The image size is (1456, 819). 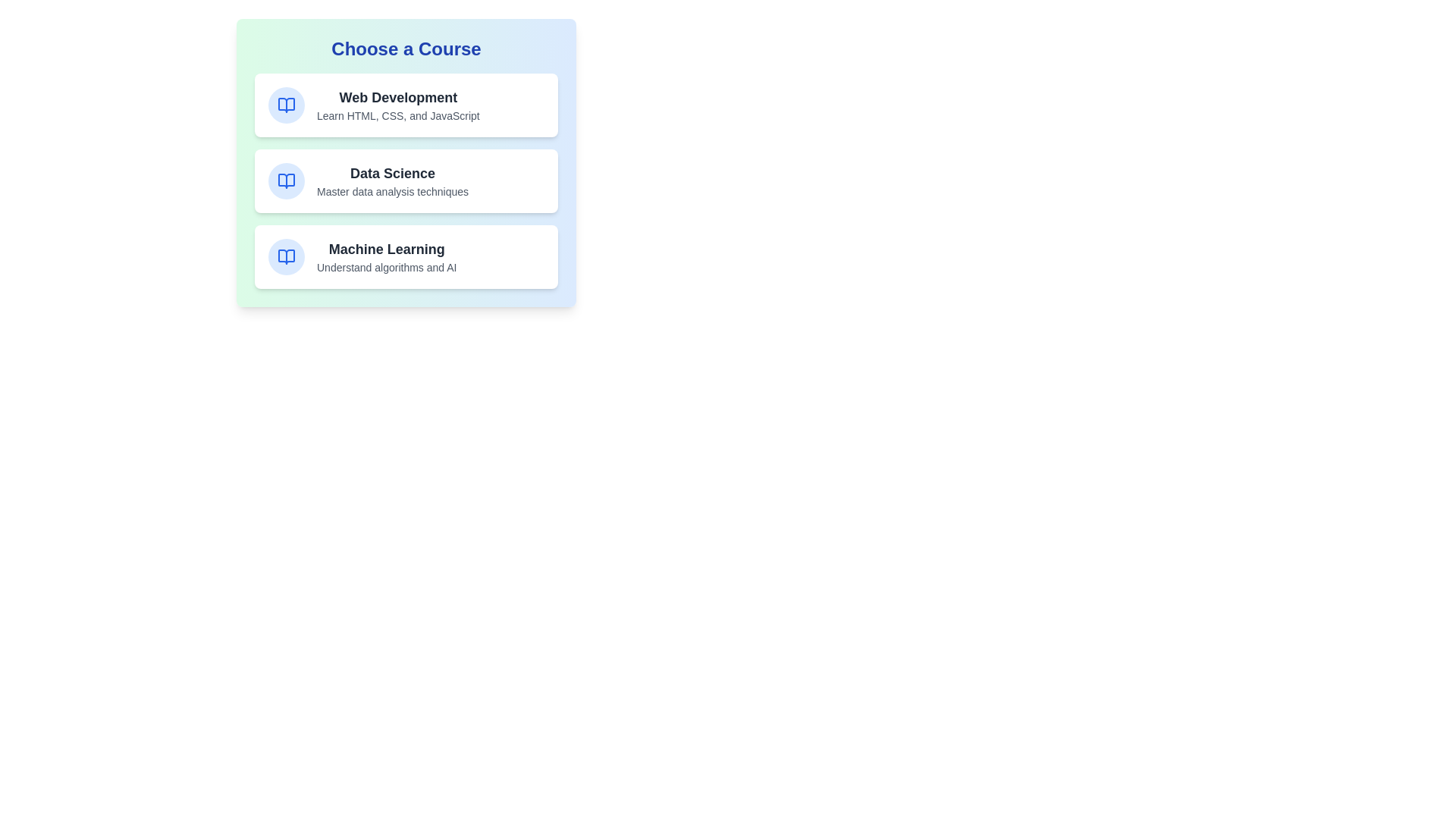 I want to click on the SVG icon representing the 'Web Development' course option, which is located to the left of the course title in the 'Choose a Course' section, so click(x=287, y=104).